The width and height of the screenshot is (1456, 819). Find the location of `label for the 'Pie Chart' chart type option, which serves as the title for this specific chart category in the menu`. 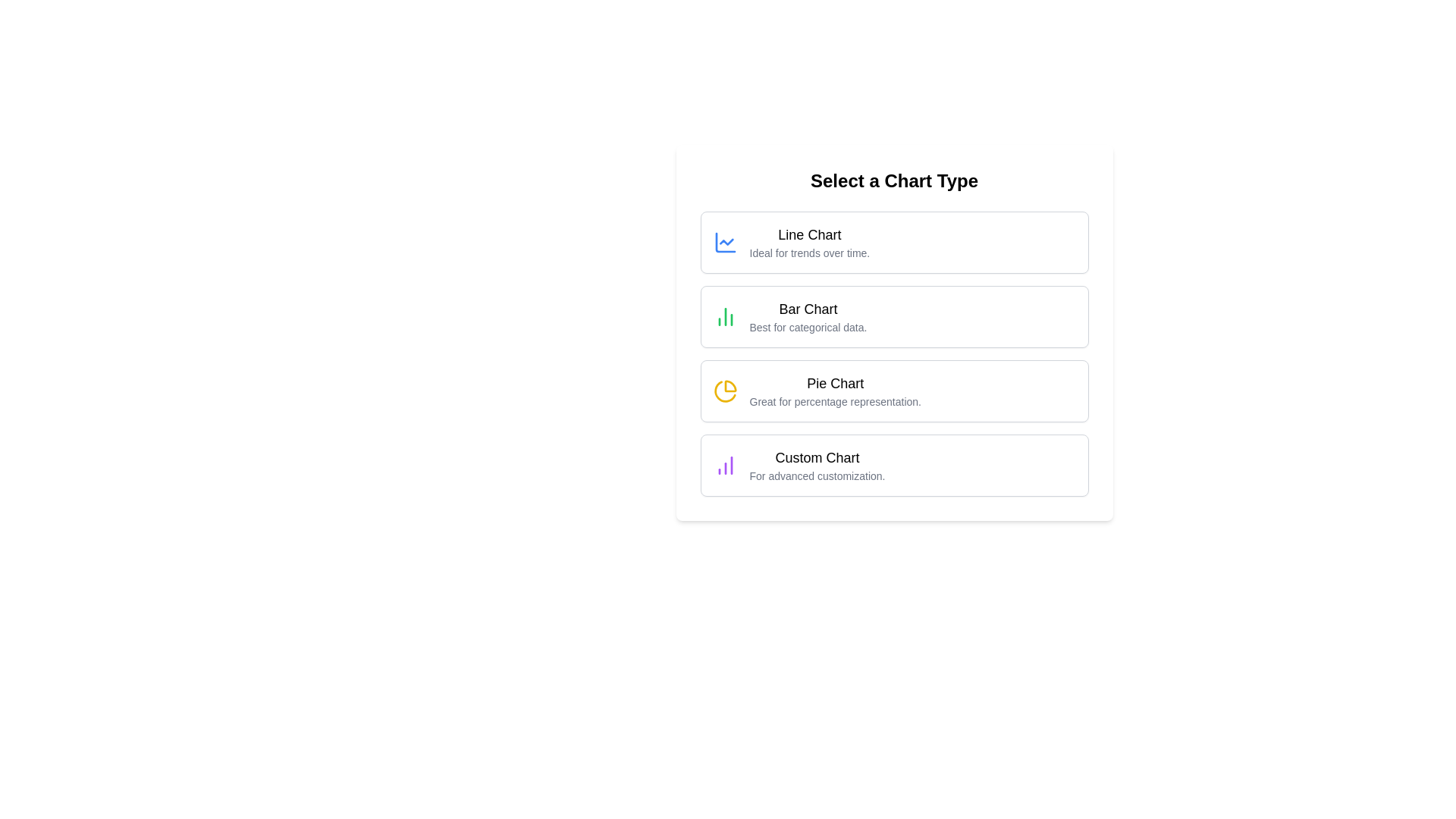

label for the 'Pie Chart' chart type option, which serves as the title for this specific chart category in the menu is located at coordinates (834, 382).